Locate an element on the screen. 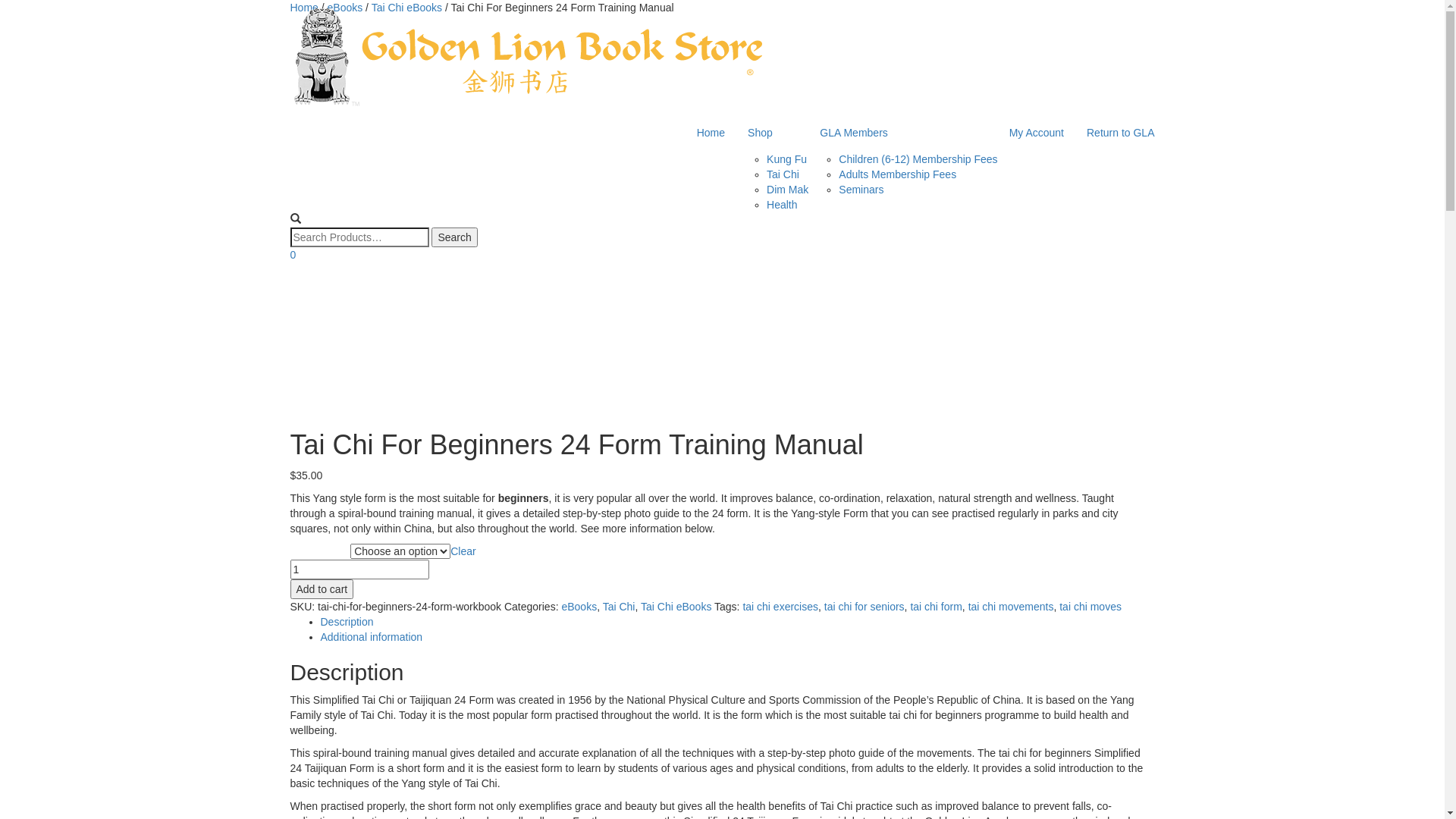 This screenshot has width=1456, height=819. 'Clear' is located at coordinates (462, 551).